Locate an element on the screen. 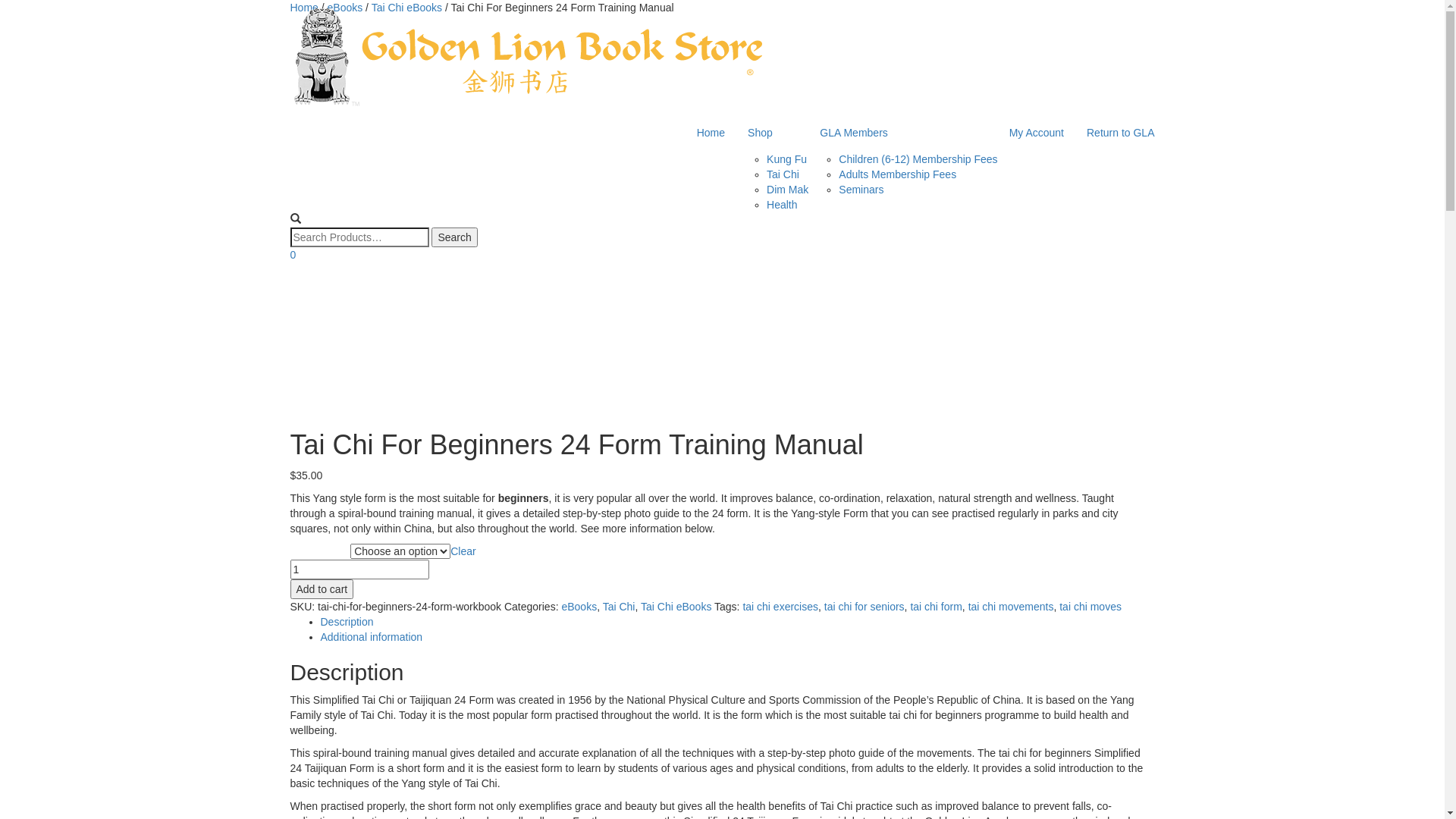 This screenshot has width=1456, height=819. 'Clear' is located at coordinates (462, 551).